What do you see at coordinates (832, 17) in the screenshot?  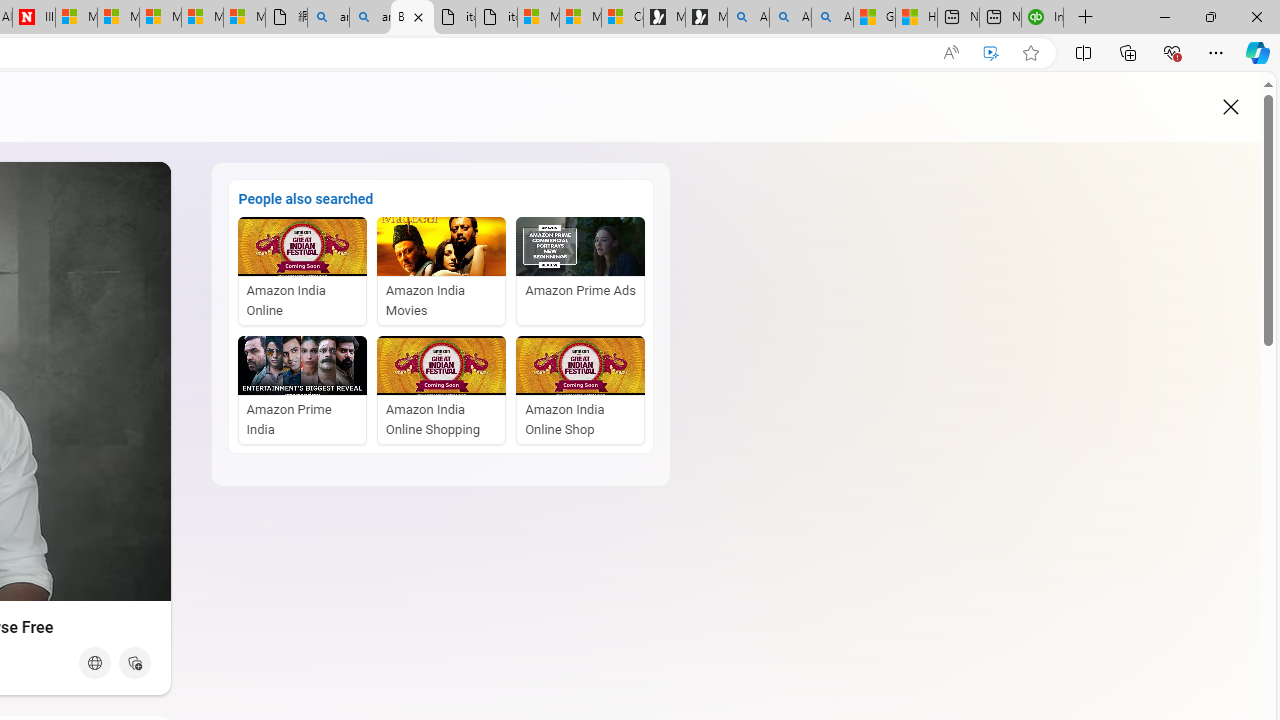 I see `'Alabama high school quarterback dies - Search Videos'` at bounding box center [832, 17].